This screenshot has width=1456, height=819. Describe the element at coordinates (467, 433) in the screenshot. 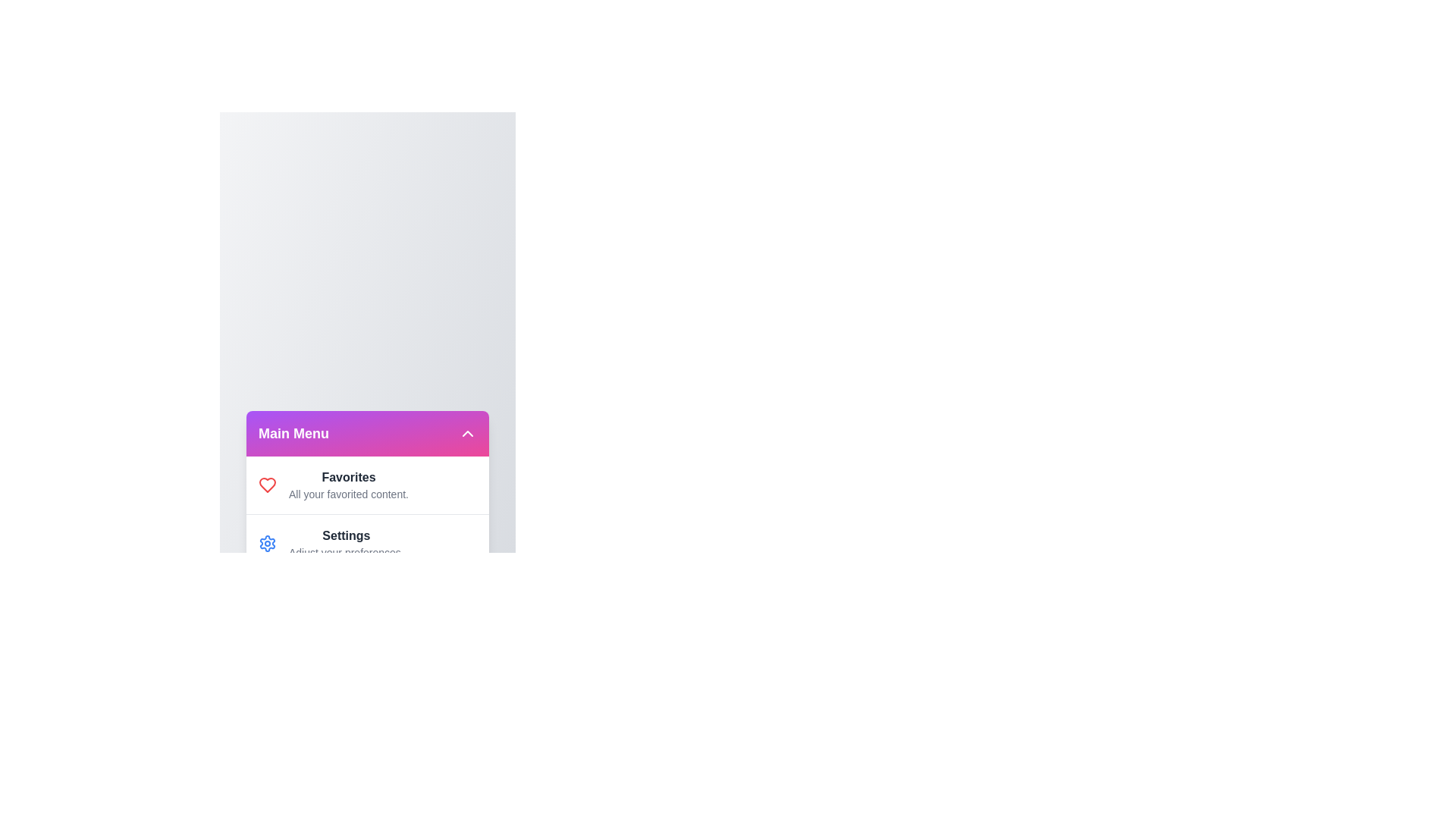

I see `the toggle button in the header to toggle the menu open or closed` at that location.